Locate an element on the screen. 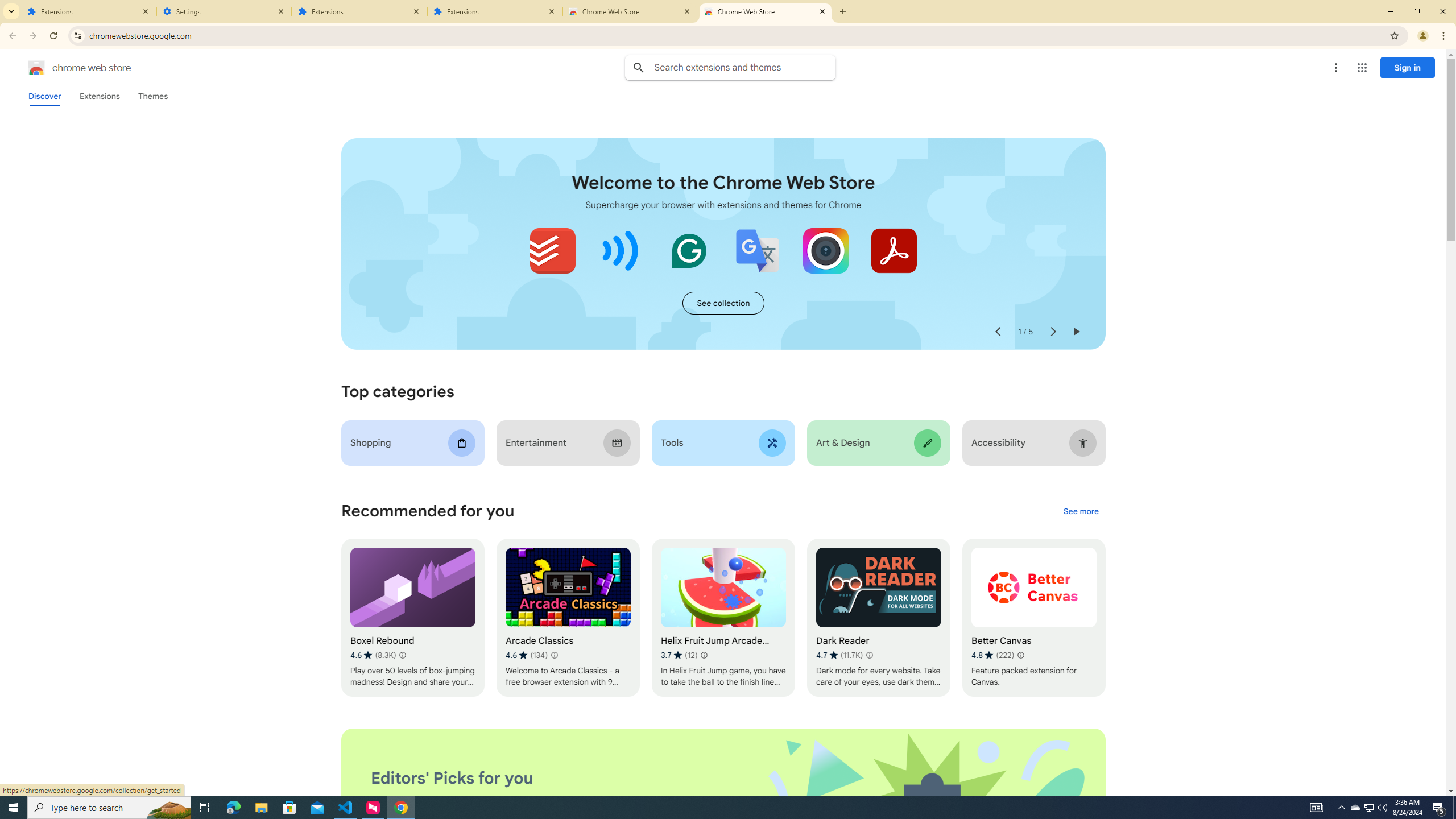 The width and height of the screenshot is (1456, 819). 'Discover' is located at coordinates (44, 96).